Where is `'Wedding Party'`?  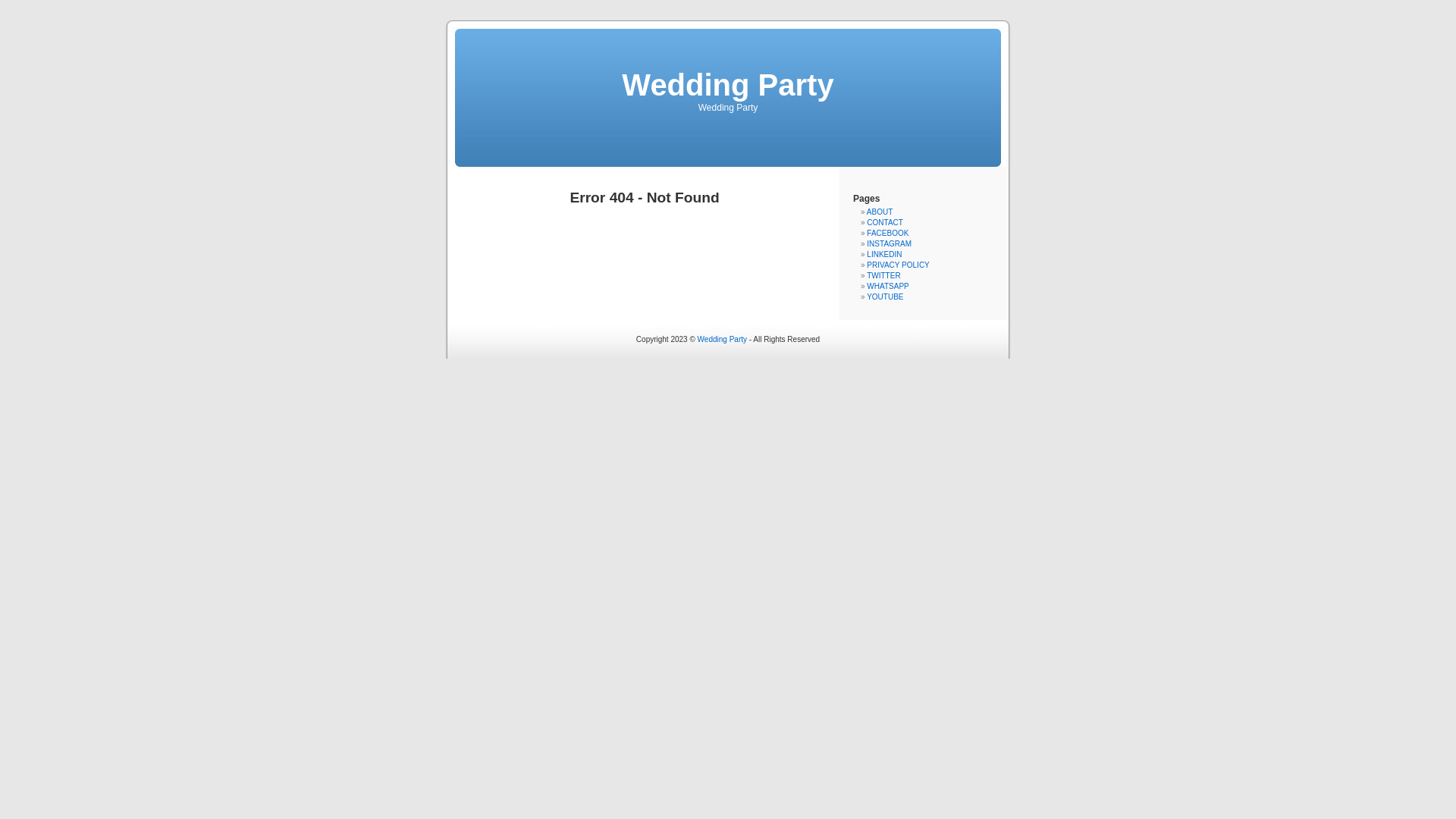
'Wedding Party' is located at coordinates (721, 338).